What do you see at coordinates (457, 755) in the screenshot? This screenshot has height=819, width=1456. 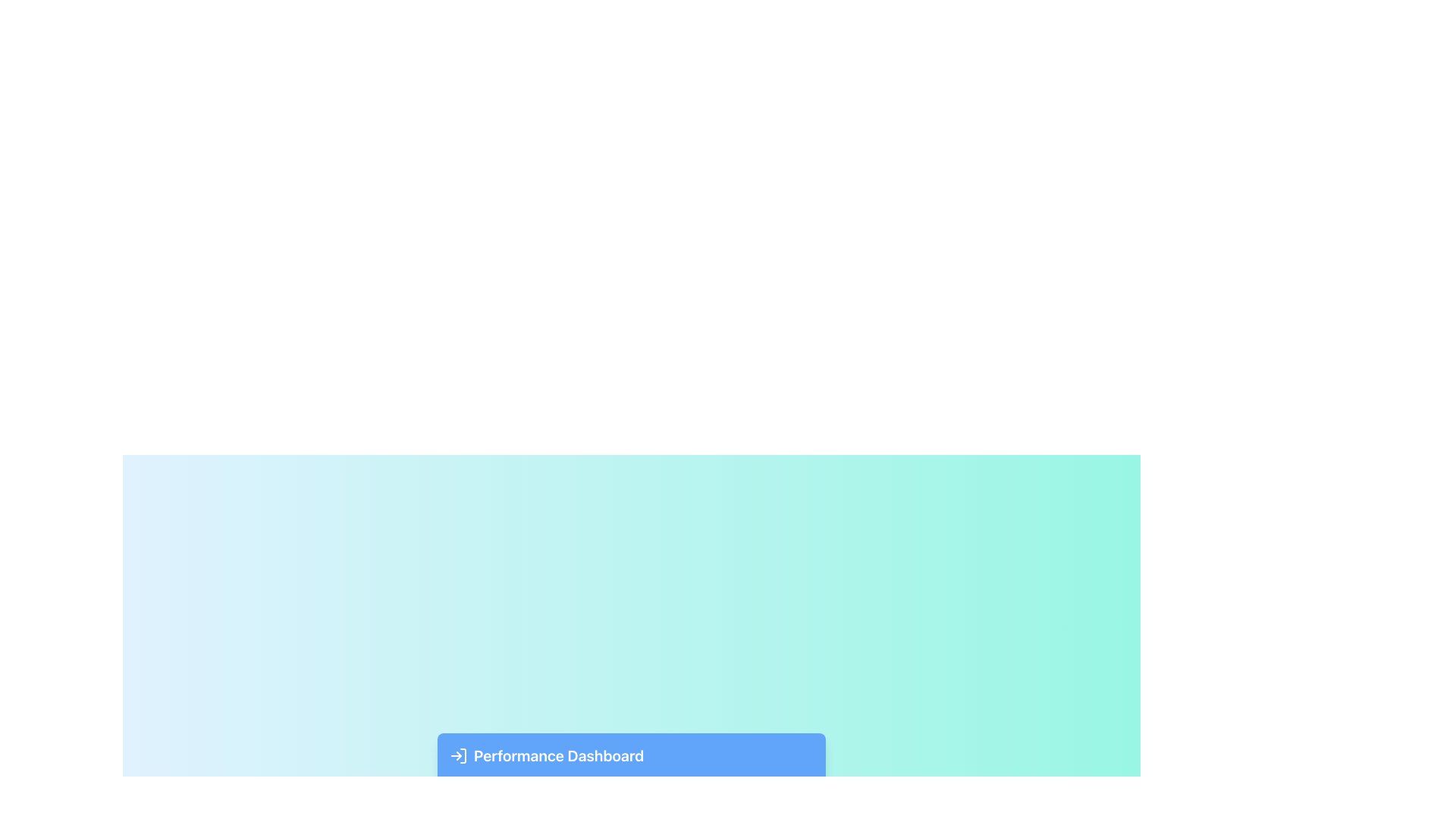 I see `the rightward arrow icon enclosed in a rounded rectangular SVG shape, which is white on a blue background, located next to the text 'Performance Dashboard' in the blue header segment` at bounding box center [457, 755].